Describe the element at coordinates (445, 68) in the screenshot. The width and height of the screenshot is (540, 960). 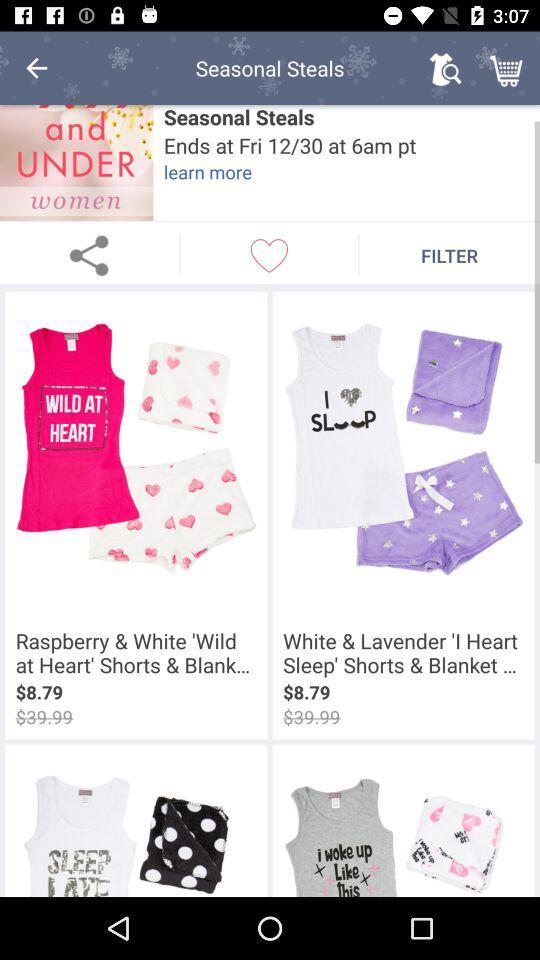
I see `the icon next to the seasonal steals item` at that location.